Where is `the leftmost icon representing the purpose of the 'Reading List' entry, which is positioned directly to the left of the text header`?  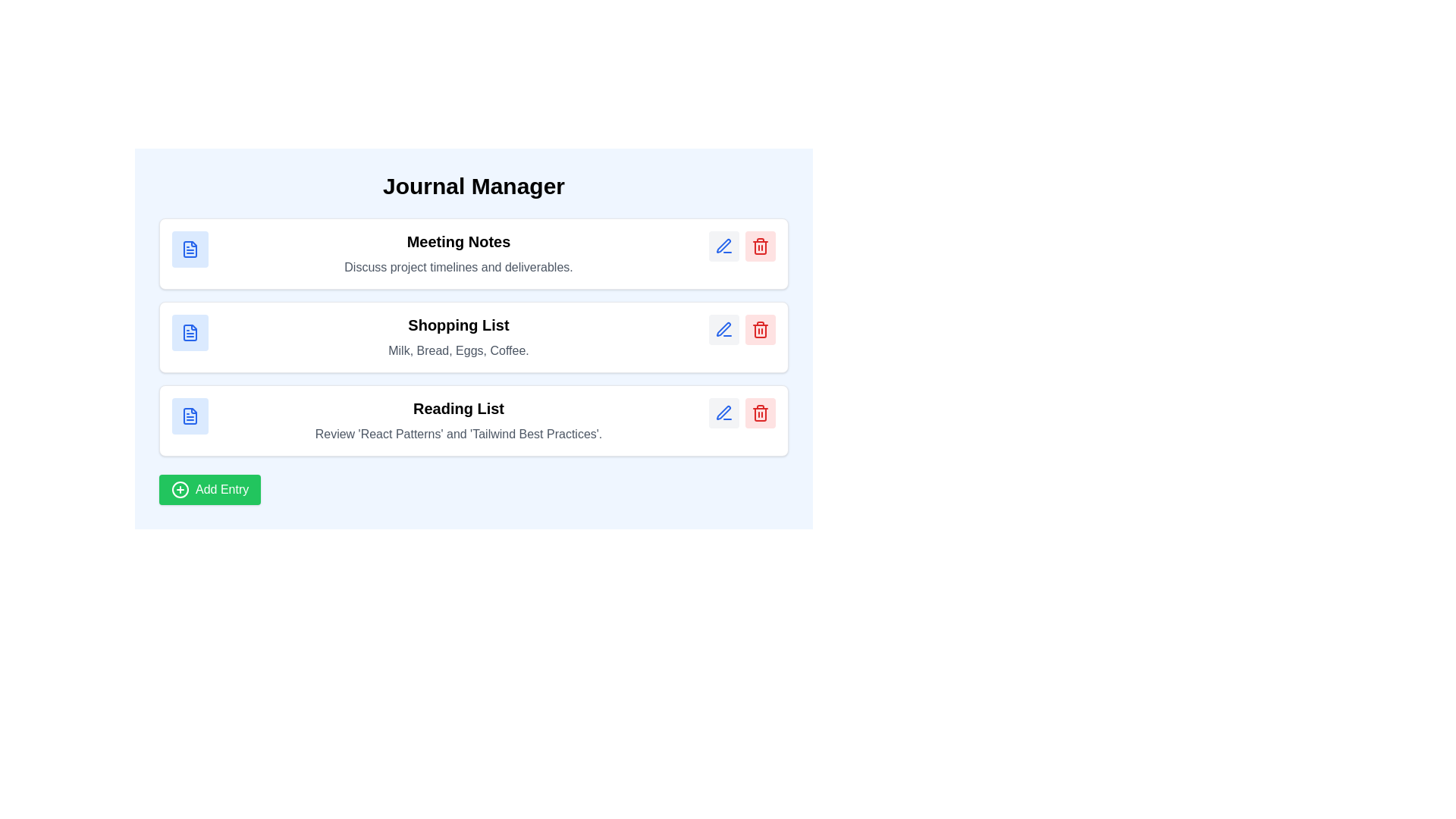 the leftmost icon representing the purpose of the 'Reading List' entry, which is positioned directly to the left of the text header is located at coordinates (189, 416).